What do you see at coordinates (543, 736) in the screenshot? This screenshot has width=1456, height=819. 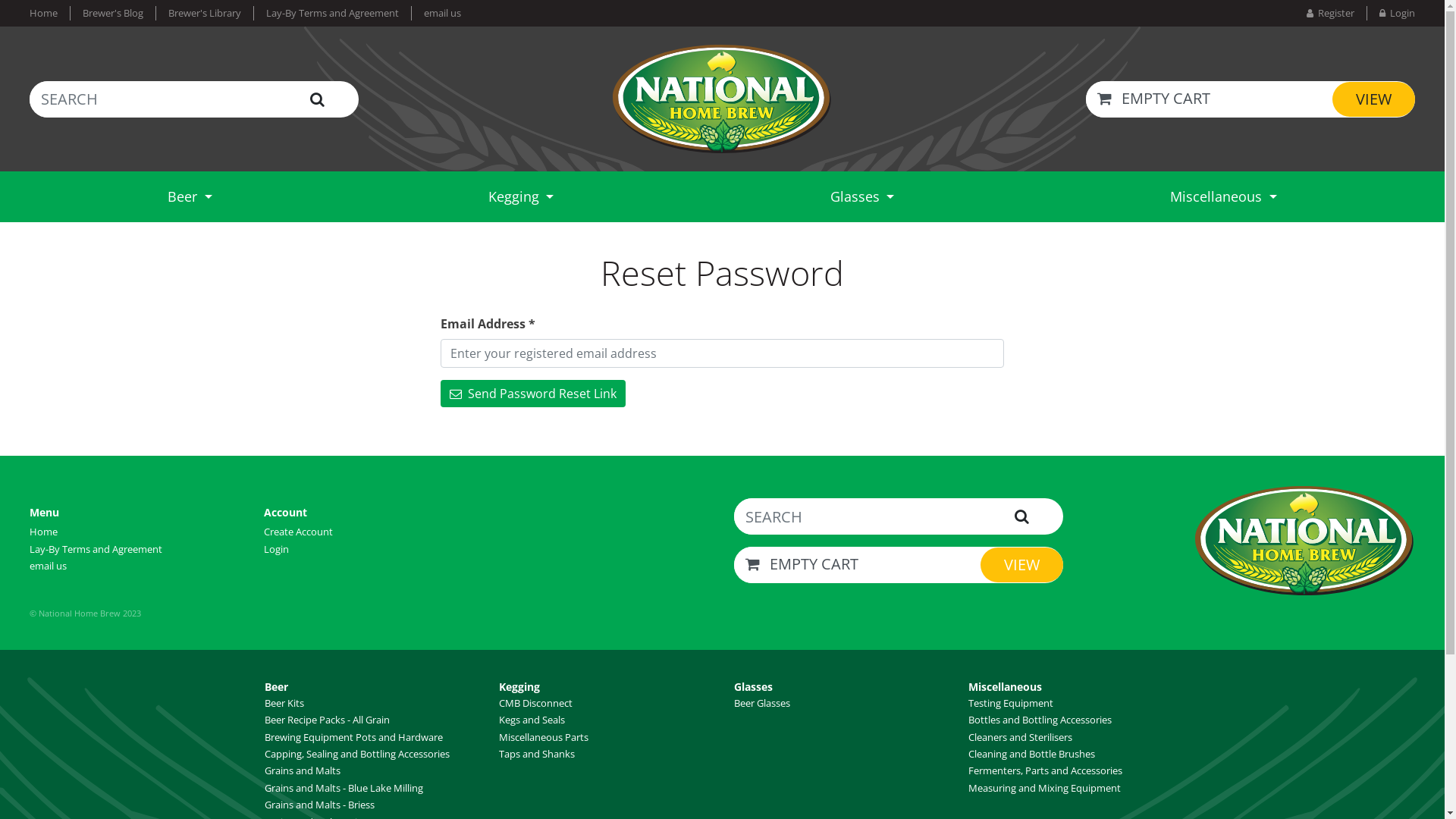 I see `'Miscellaneous Parts'` at bounding box center [543, 736].